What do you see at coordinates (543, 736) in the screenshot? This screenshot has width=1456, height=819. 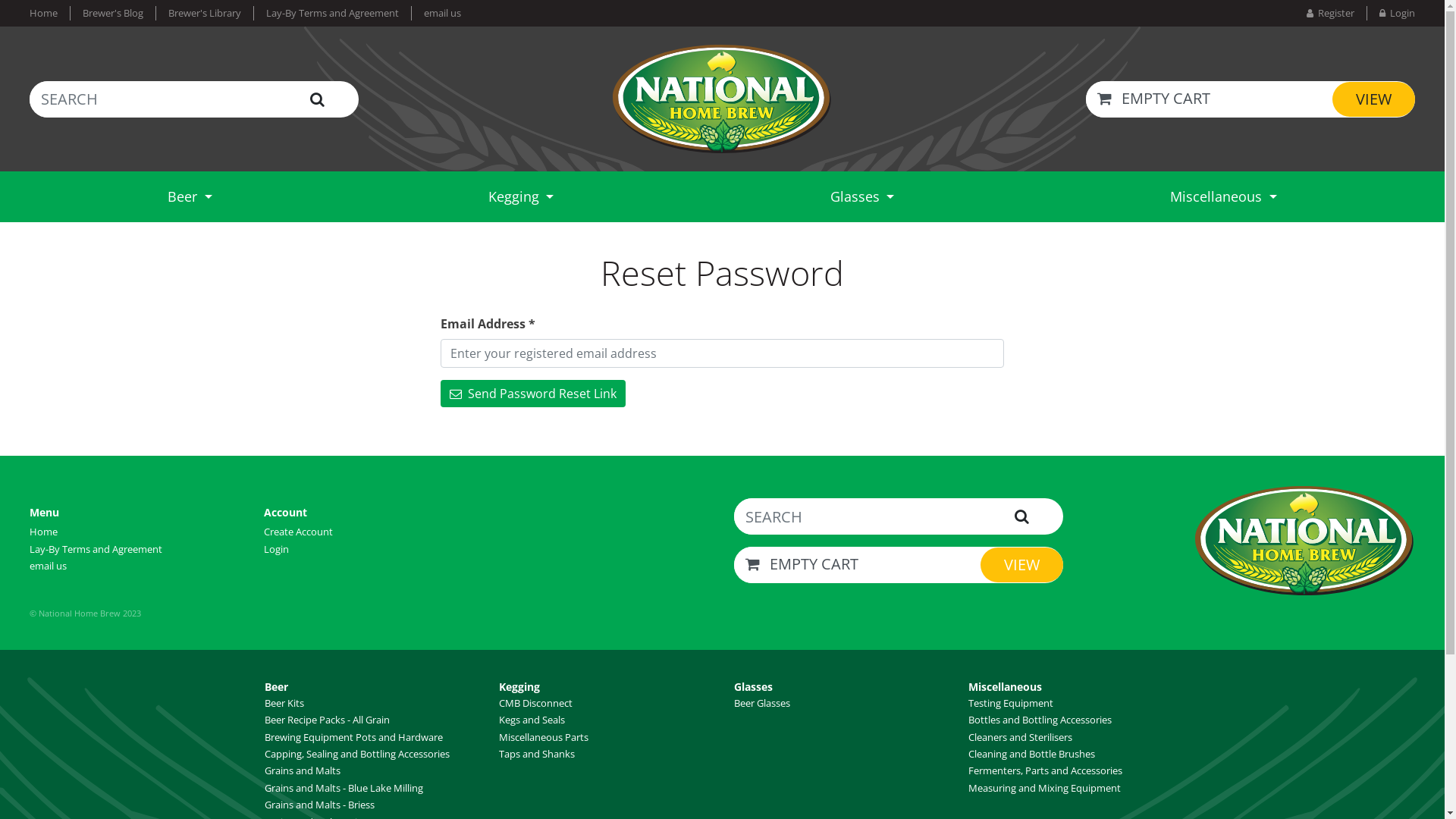 I see `'Miscellaneous Parts'` at bounding box center [543, 736].